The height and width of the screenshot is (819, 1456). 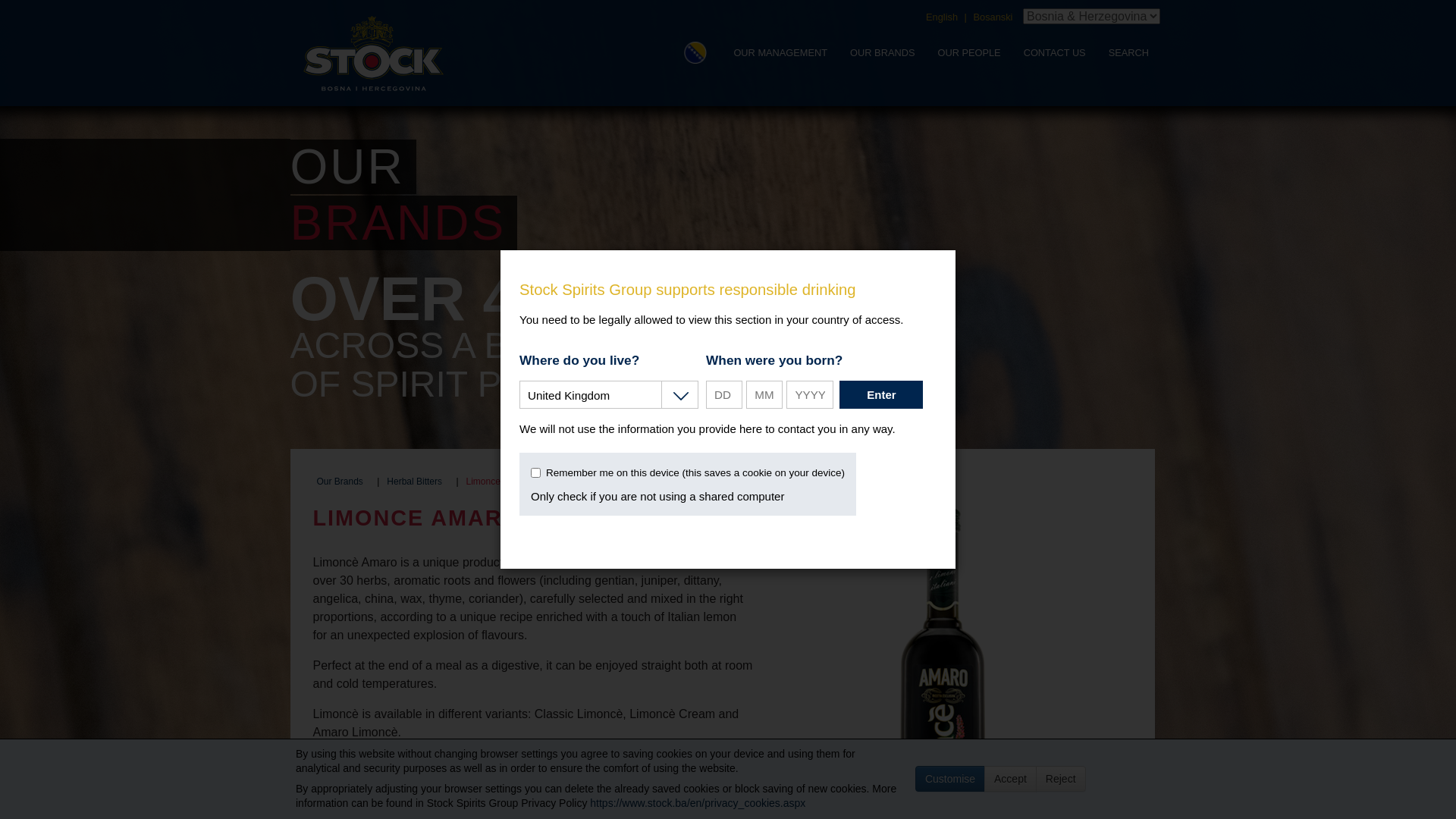 What do you see at coordinates (414, 482) in the screenshot?
I see `'Herbal Bitters'` at bounding box center [414, 482].